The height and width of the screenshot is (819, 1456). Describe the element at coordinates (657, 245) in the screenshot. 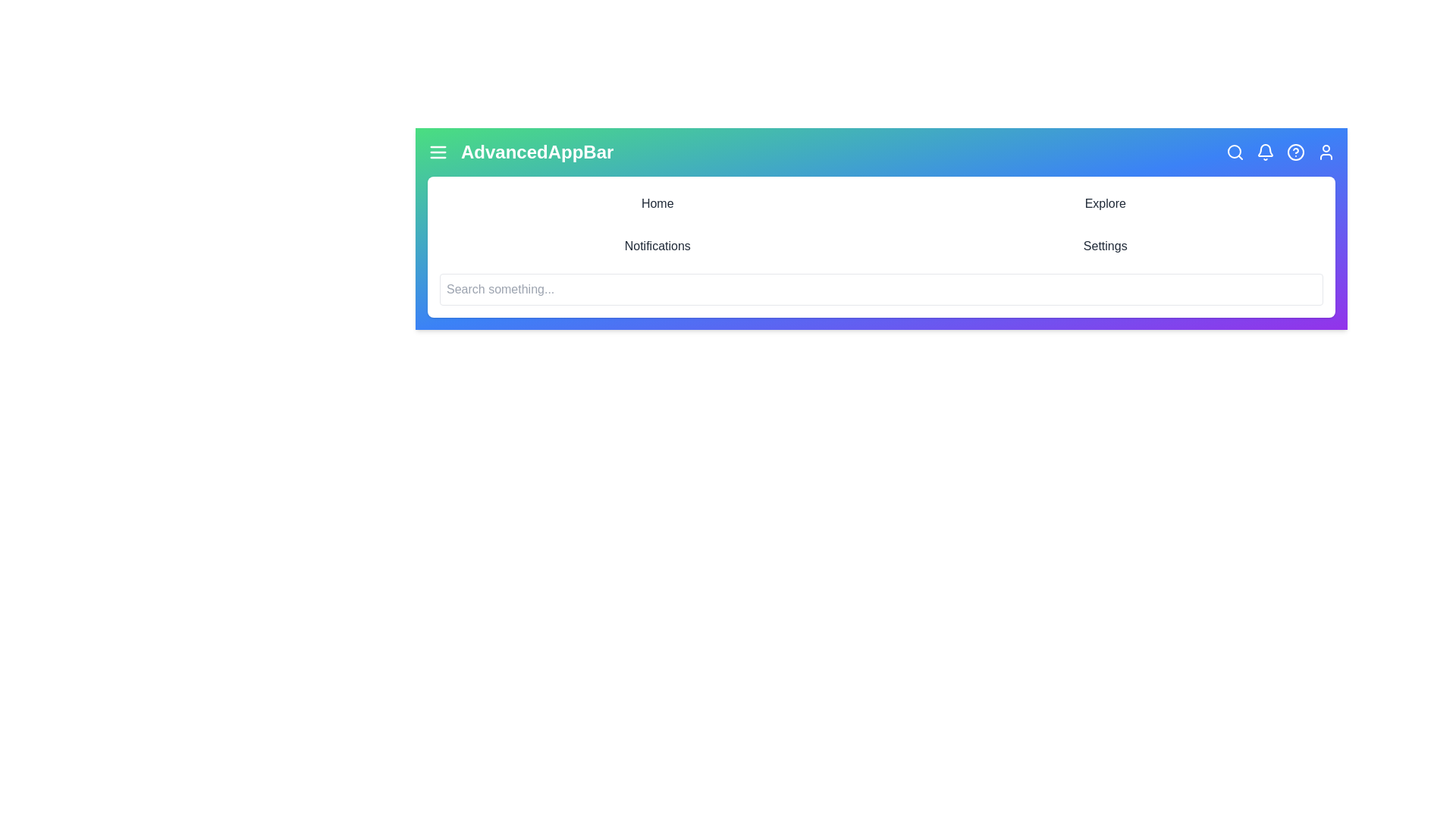

I see `the menu item Notifications to navigate to the corresponding section` at that location.